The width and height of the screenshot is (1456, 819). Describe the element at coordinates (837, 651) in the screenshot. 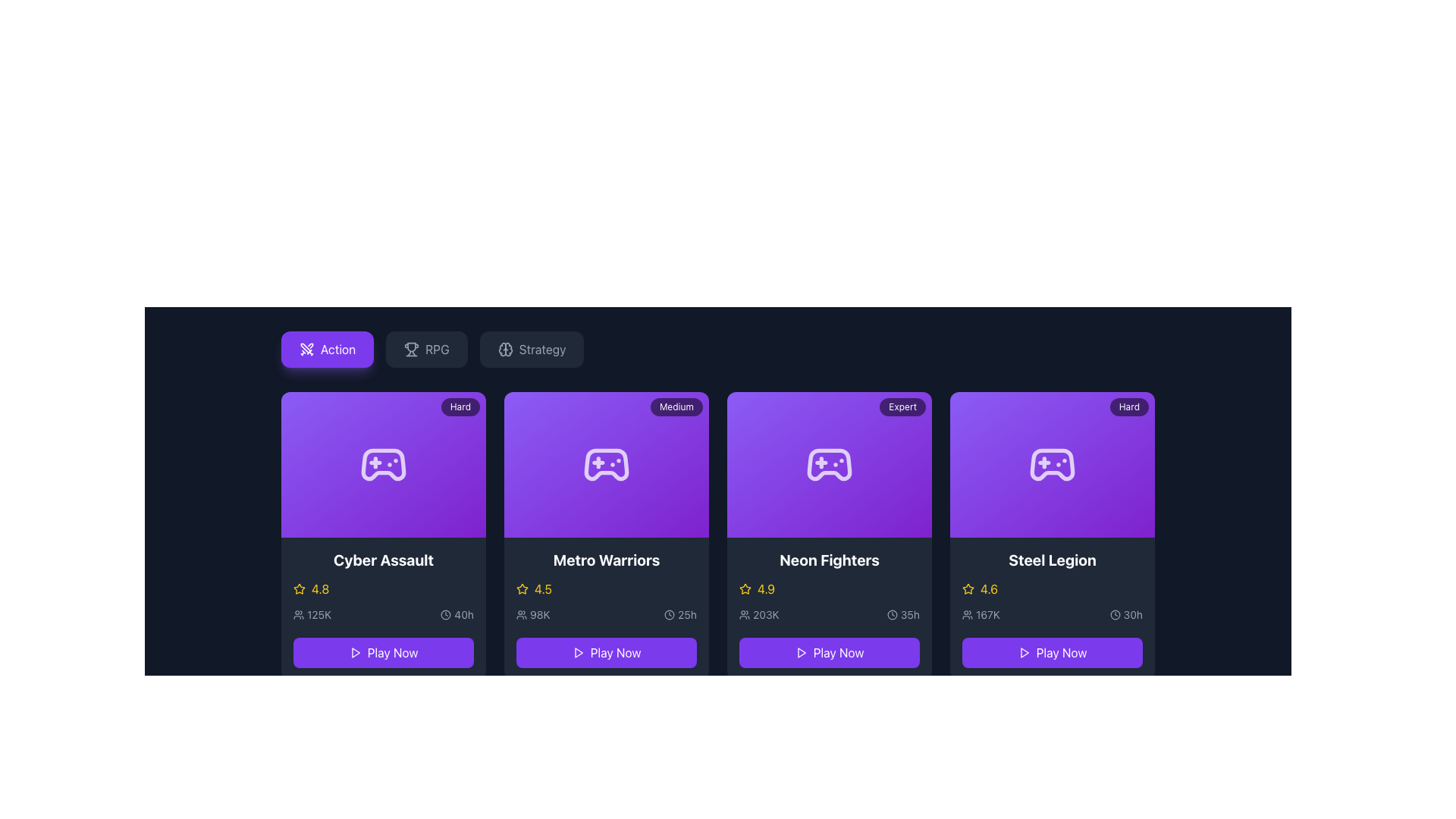

I see `the text label at the bottom of the 'Neon Fighters' card` at that location.